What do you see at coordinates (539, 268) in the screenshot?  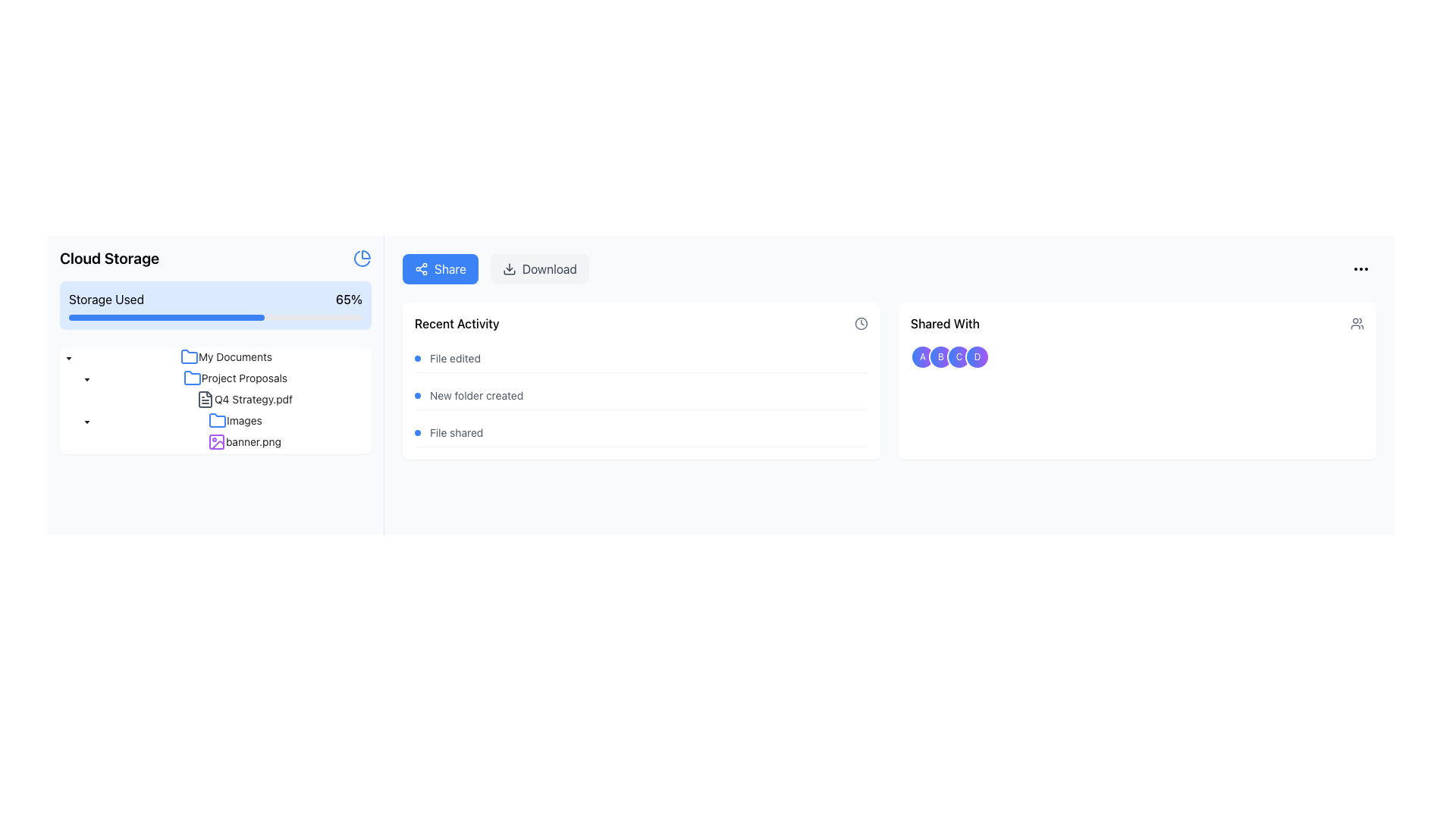 I see `the 'Download' button with a gray background and rounded corners, located to the right of the 'Share' button, to trigger a visual state change` at bounding box center [539, 268].